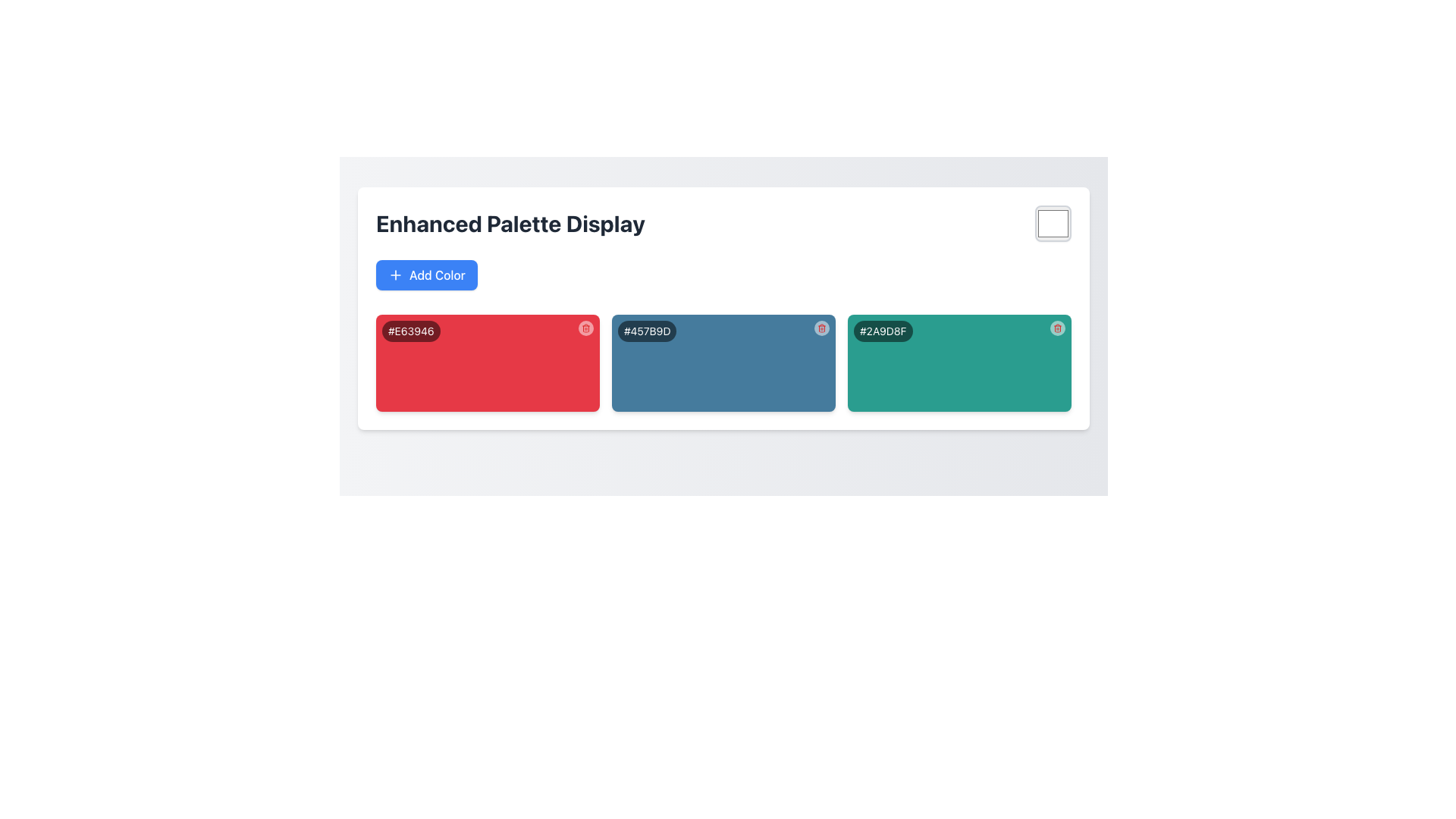  What do you see at coordinates (1057, 327) in the screenshot?
I see `the delete button located at the top-right corner of the green card labeled '#2A9D8F'` at bounding box center [1057, 327].